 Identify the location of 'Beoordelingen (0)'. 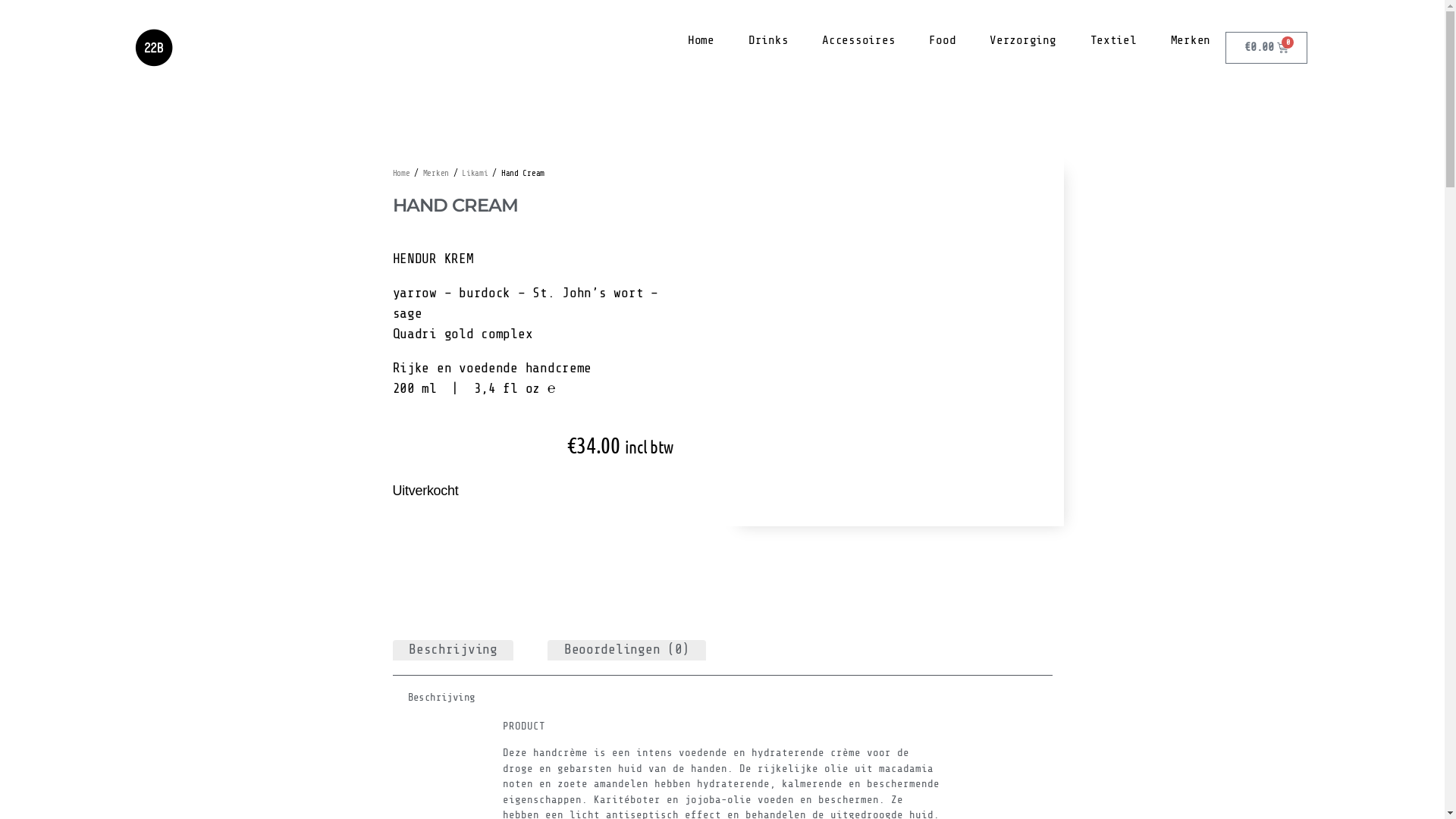
(626, 648).